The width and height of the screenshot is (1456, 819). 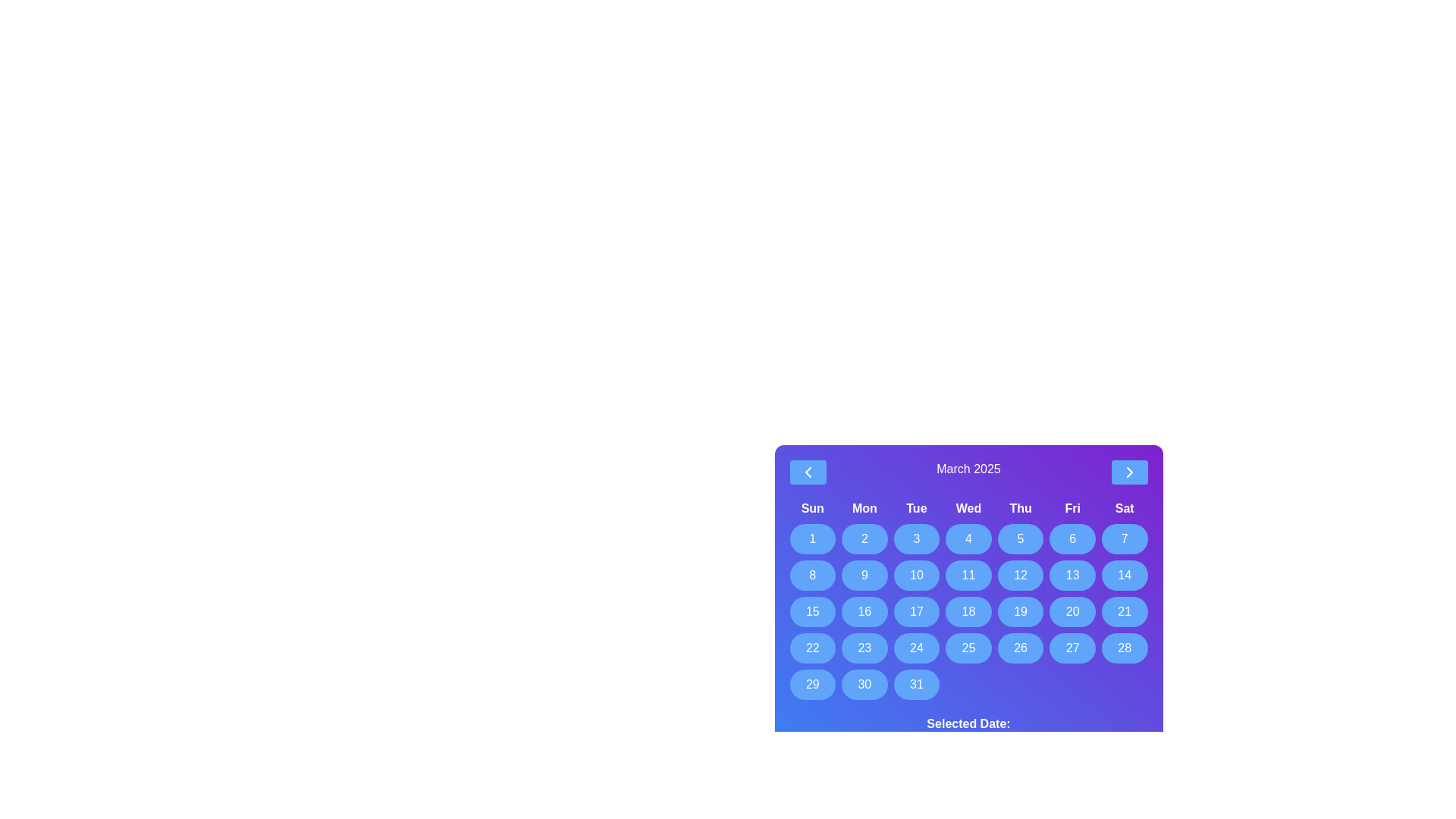 I want to click on the circular button styled with a blue gradient background and a white number '11' at its center, located under the 'Wed' column in the calendar view to change its background color, so click(x=968, y=576).